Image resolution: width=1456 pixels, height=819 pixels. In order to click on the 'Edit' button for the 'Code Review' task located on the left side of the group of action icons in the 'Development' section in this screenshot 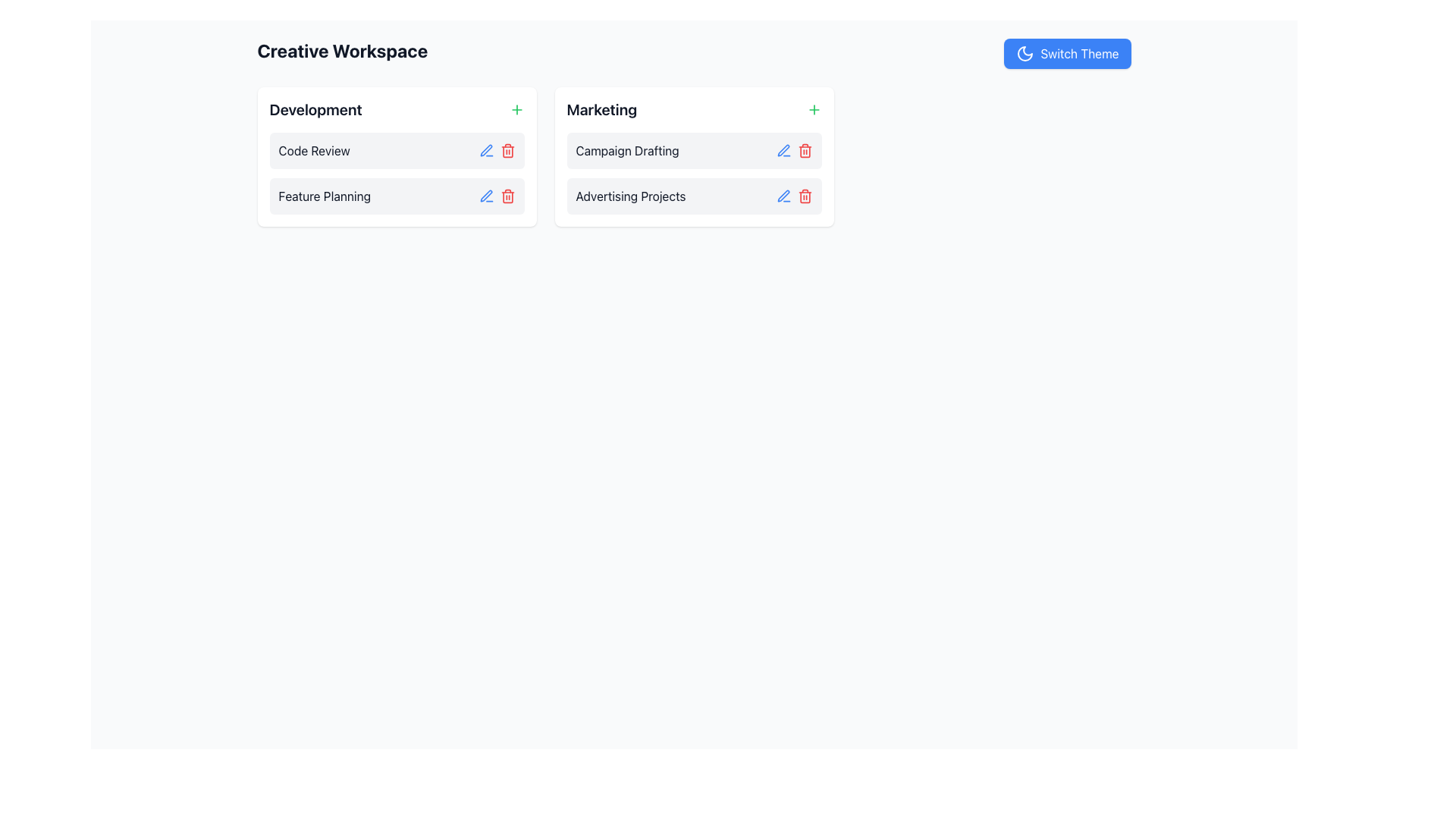, I will do `click(486, 151)`.